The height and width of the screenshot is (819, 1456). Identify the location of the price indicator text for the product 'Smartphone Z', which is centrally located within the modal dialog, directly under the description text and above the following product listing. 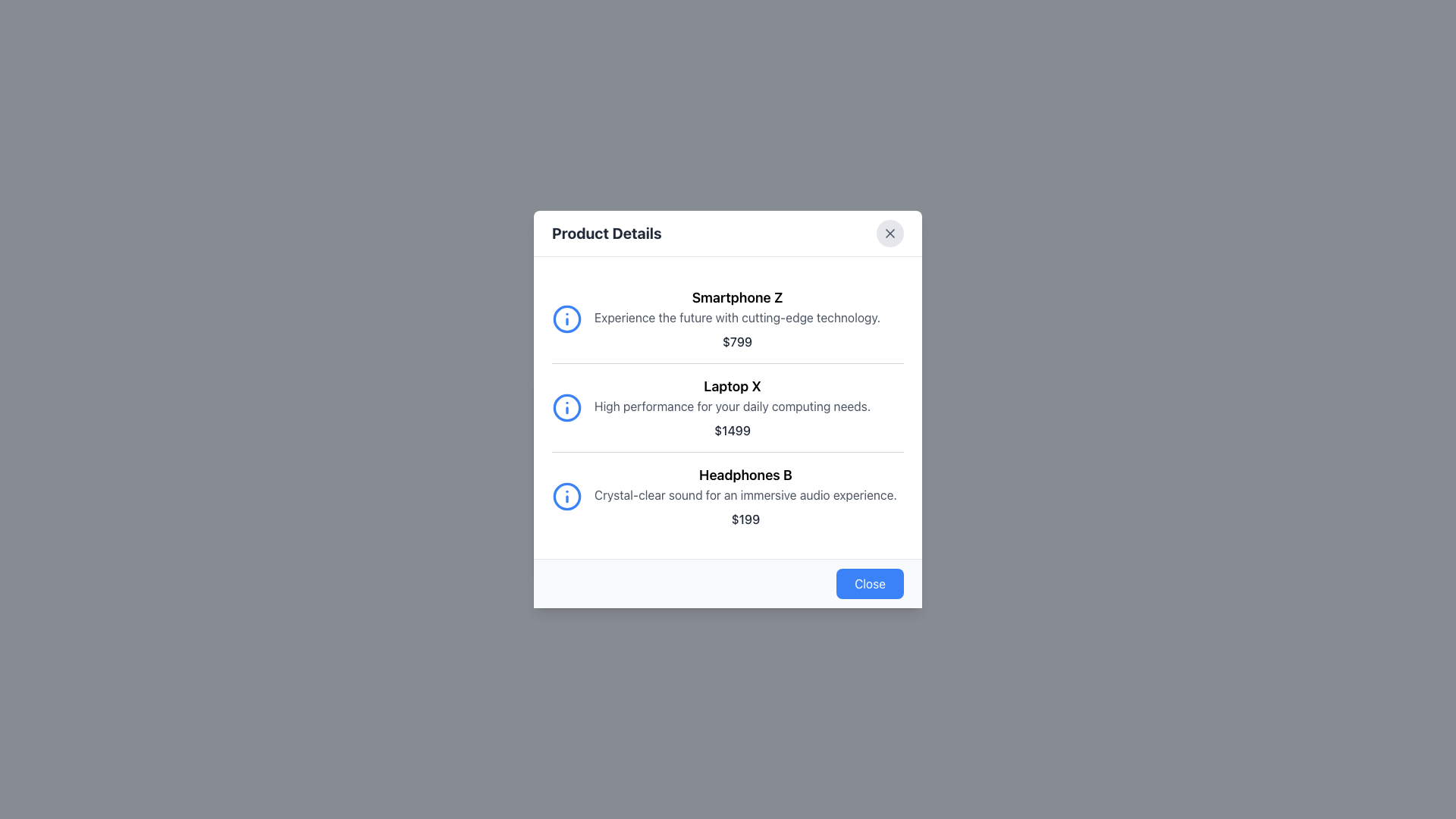
(737, 342).